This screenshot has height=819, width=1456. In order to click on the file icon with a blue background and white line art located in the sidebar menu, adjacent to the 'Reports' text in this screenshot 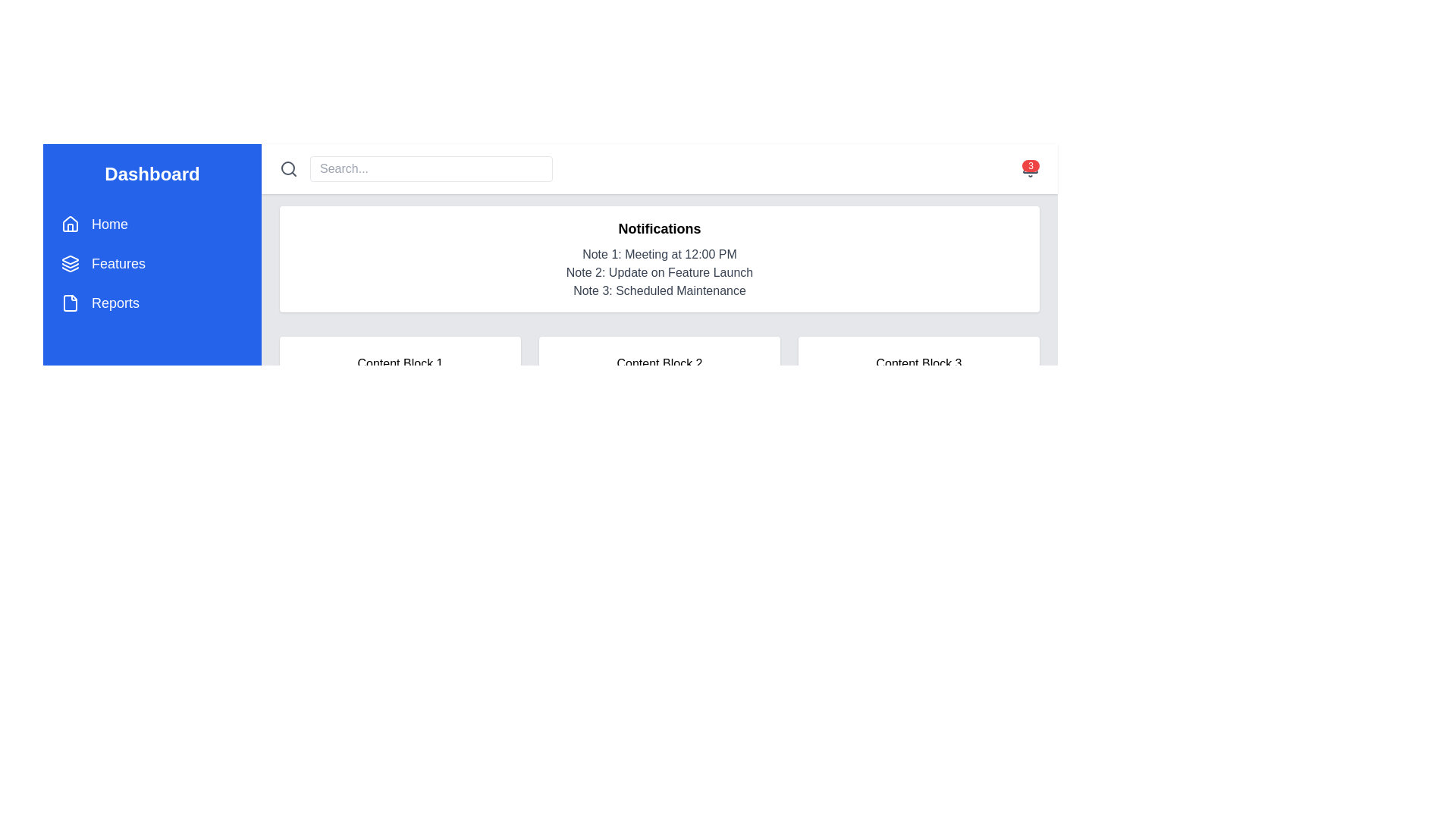, I will do `click(69, 303)`.